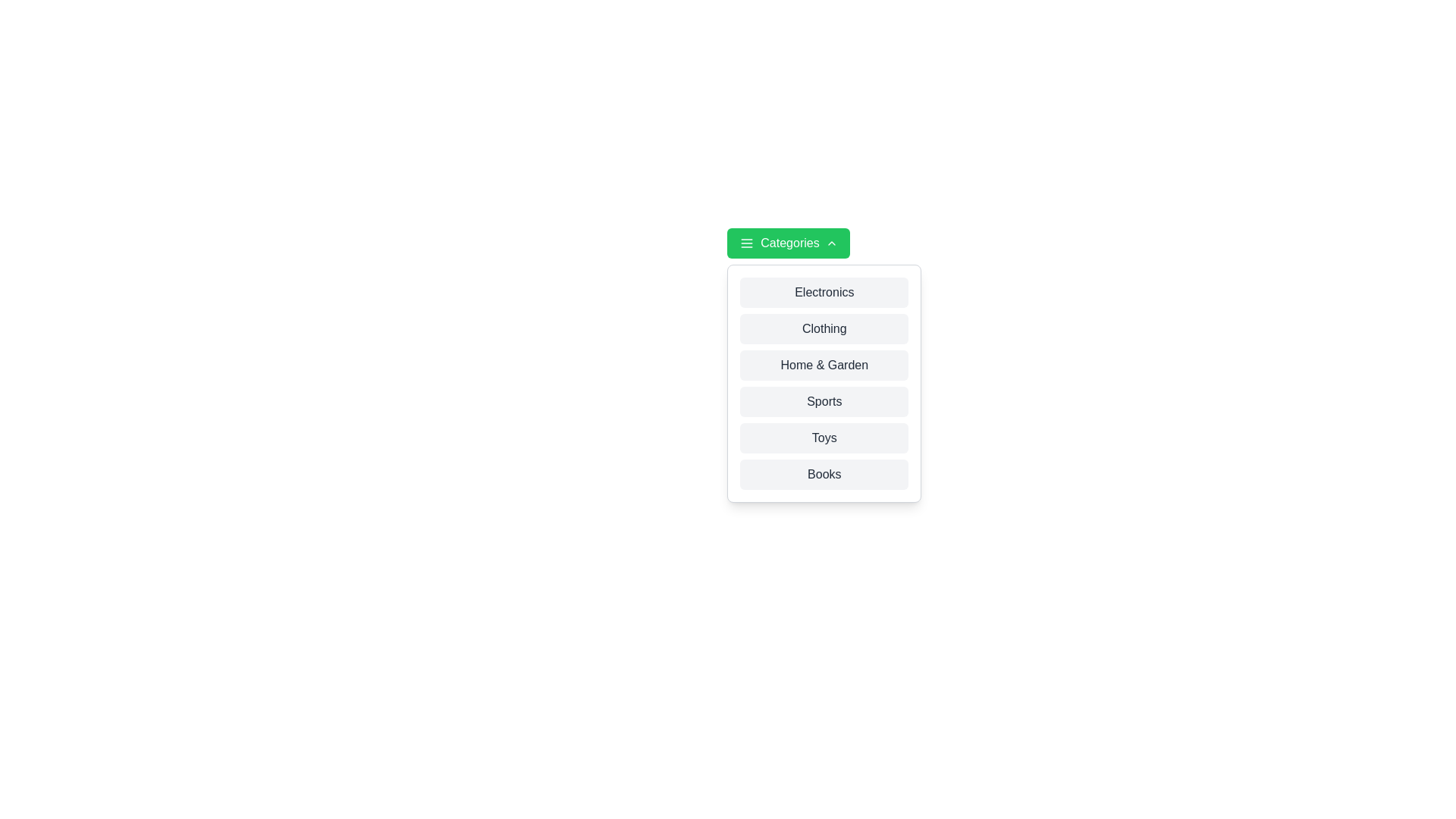 Image resolution: width=1456 pixels, height=819 pixels. Describe the element at coordinates (824, 366) in the screenshot. I see `the 'Home & Garden' button, which is a rectangular button with a light gray background and dark gray text, located in the dropdown menu below 'Clothing' and above 'Sports'` at that location.